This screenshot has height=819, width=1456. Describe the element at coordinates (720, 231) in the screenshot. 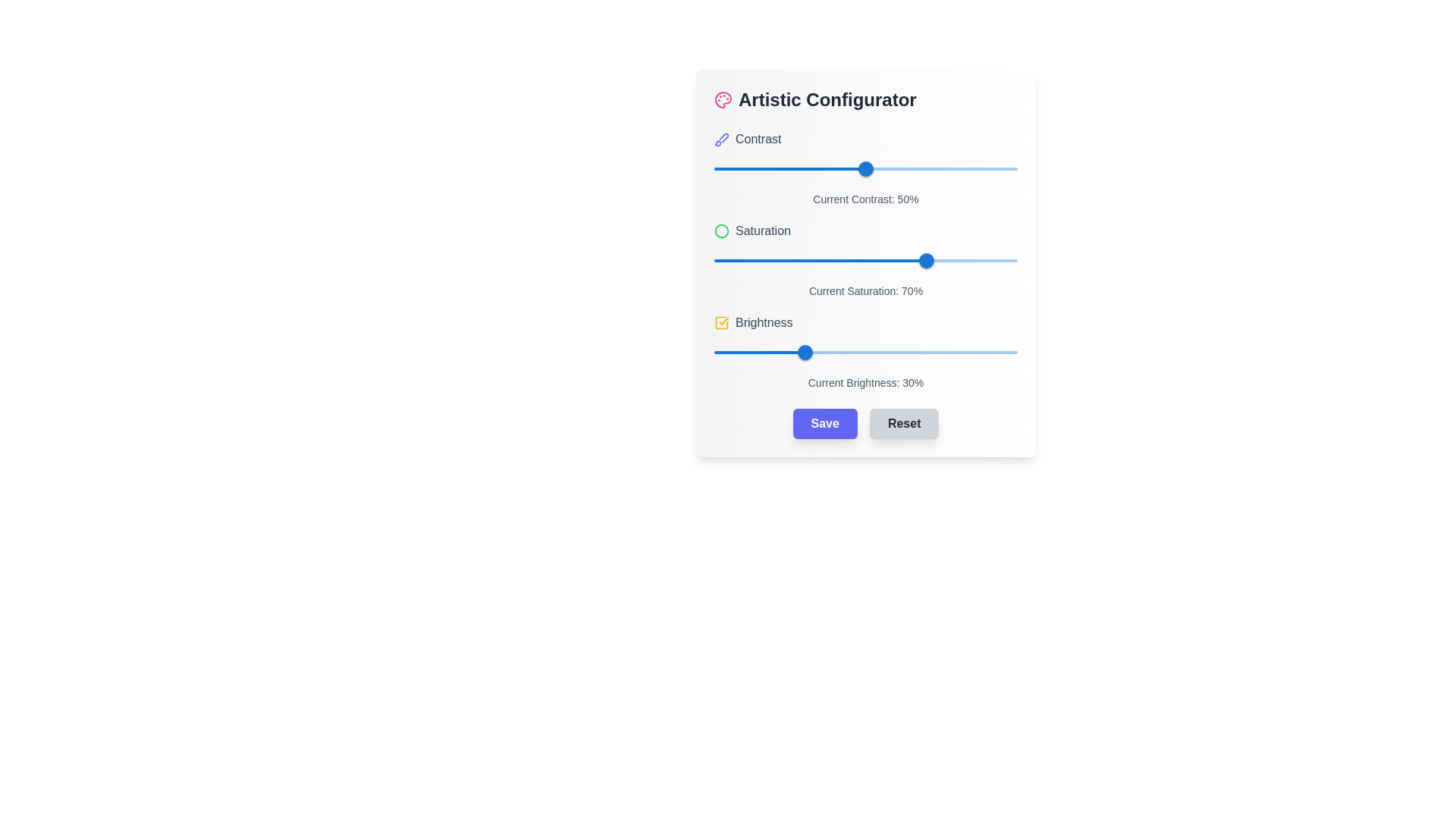

I see `the green circular outline SVG graphic element located next to the text 'Saturation'` at that location.